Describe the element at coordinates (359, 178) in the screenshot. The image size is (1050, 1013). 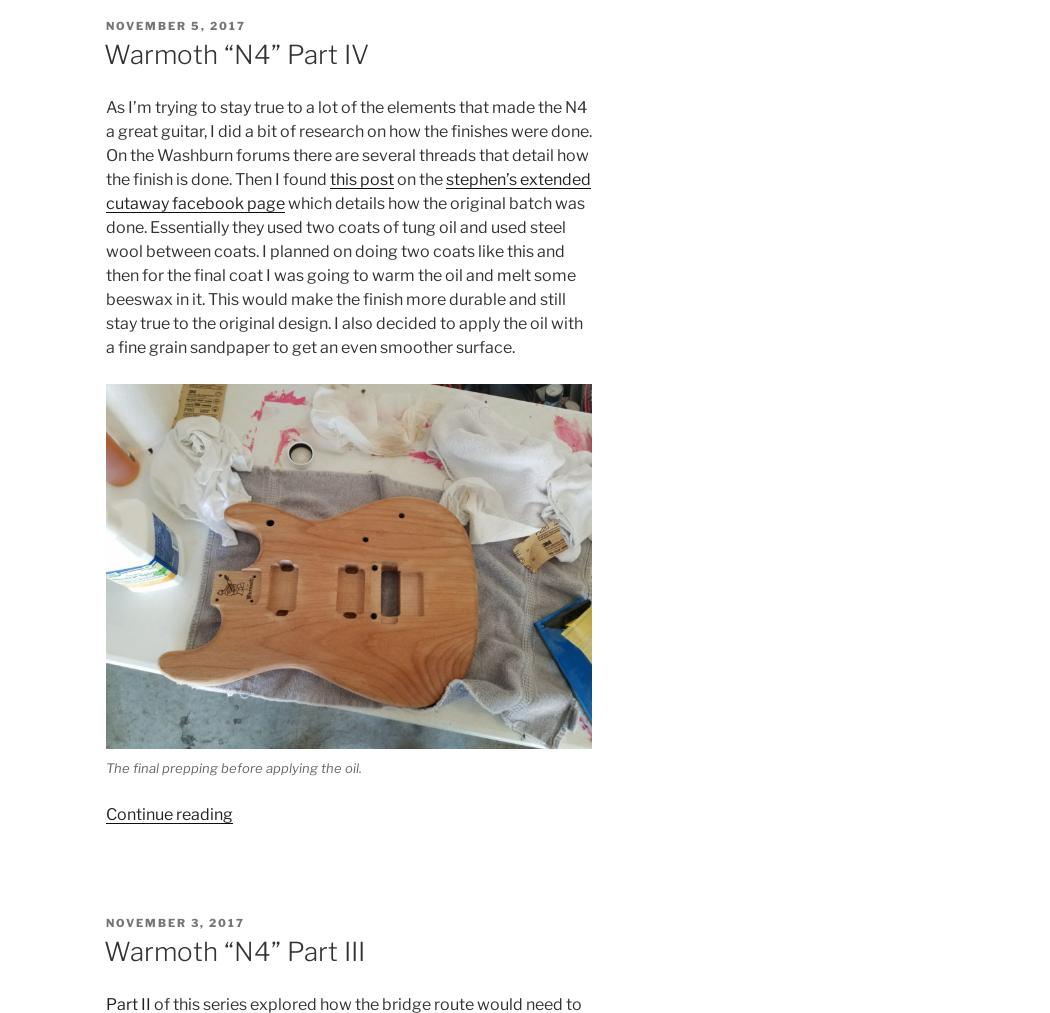
I see `'this post'` at that location.